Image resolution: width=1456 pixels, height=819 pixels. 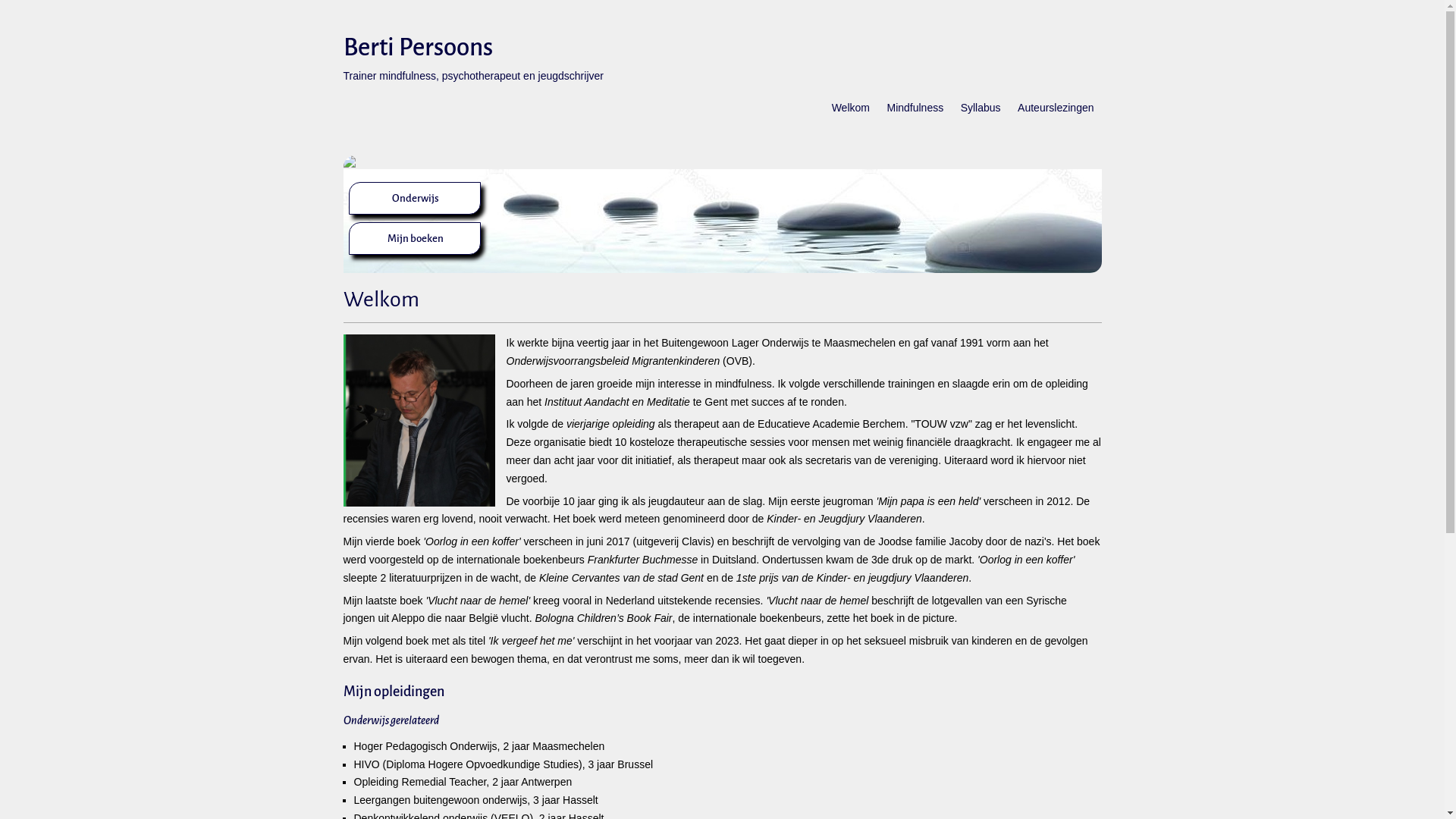 I want to click on 'Mindfulness', so click(x=878, y=115).